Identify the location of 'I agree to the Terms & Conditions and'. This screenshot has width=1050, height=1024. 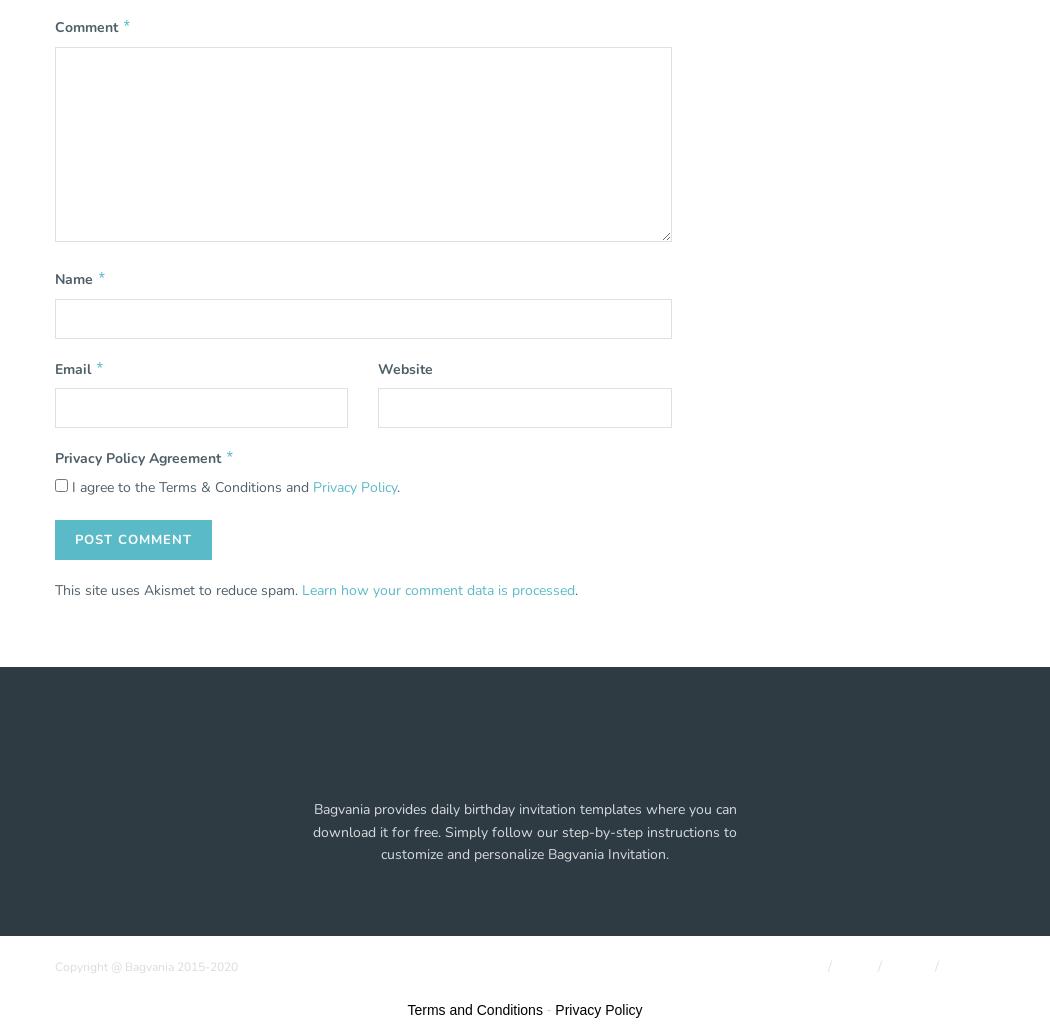
(67, 486).